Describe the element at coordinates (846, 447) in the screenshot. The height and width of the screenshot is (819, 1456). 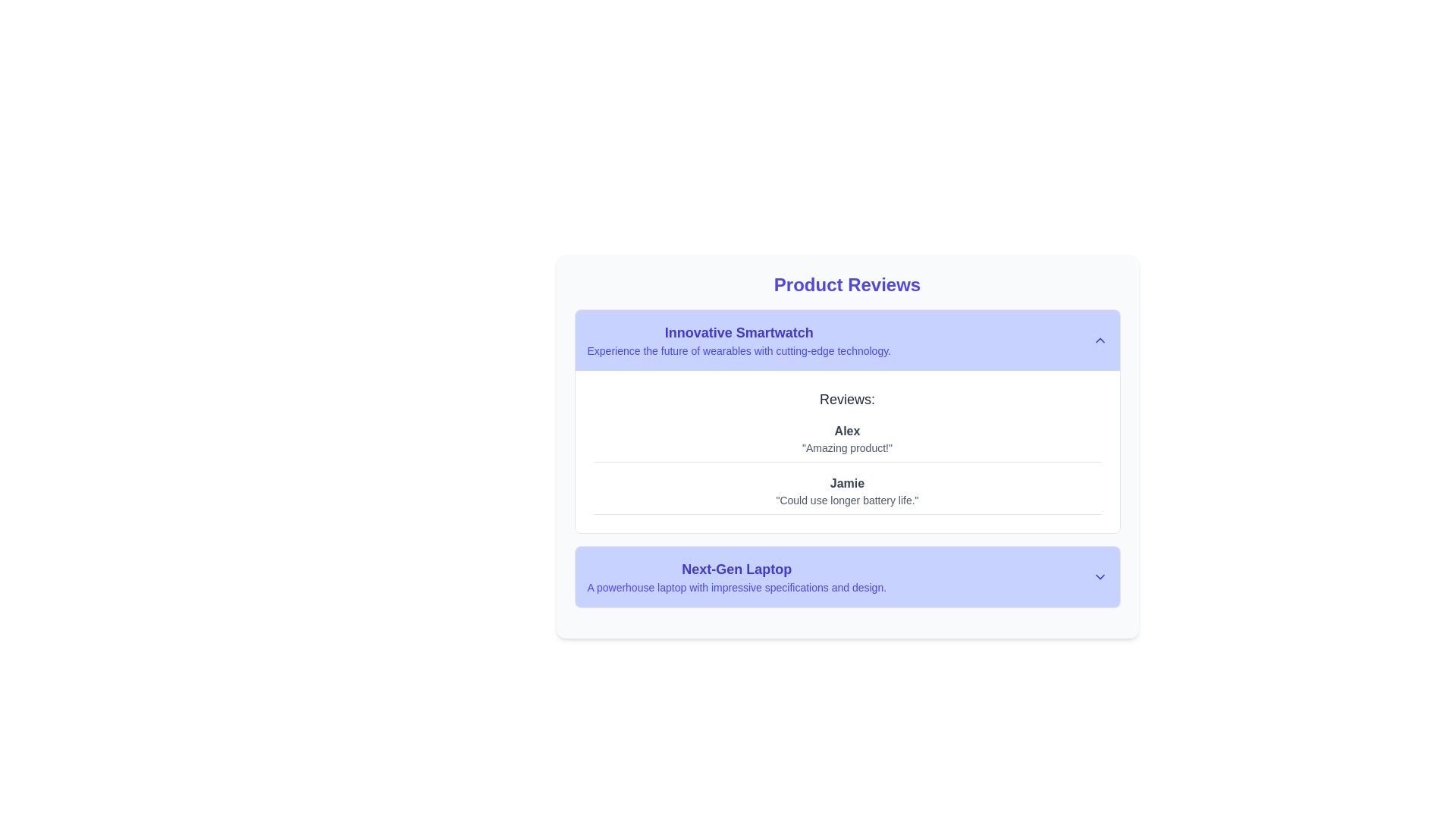
I see `text content of the element that displays 'Amazing product!' located under the name 'Alex' in the review section` at that location.